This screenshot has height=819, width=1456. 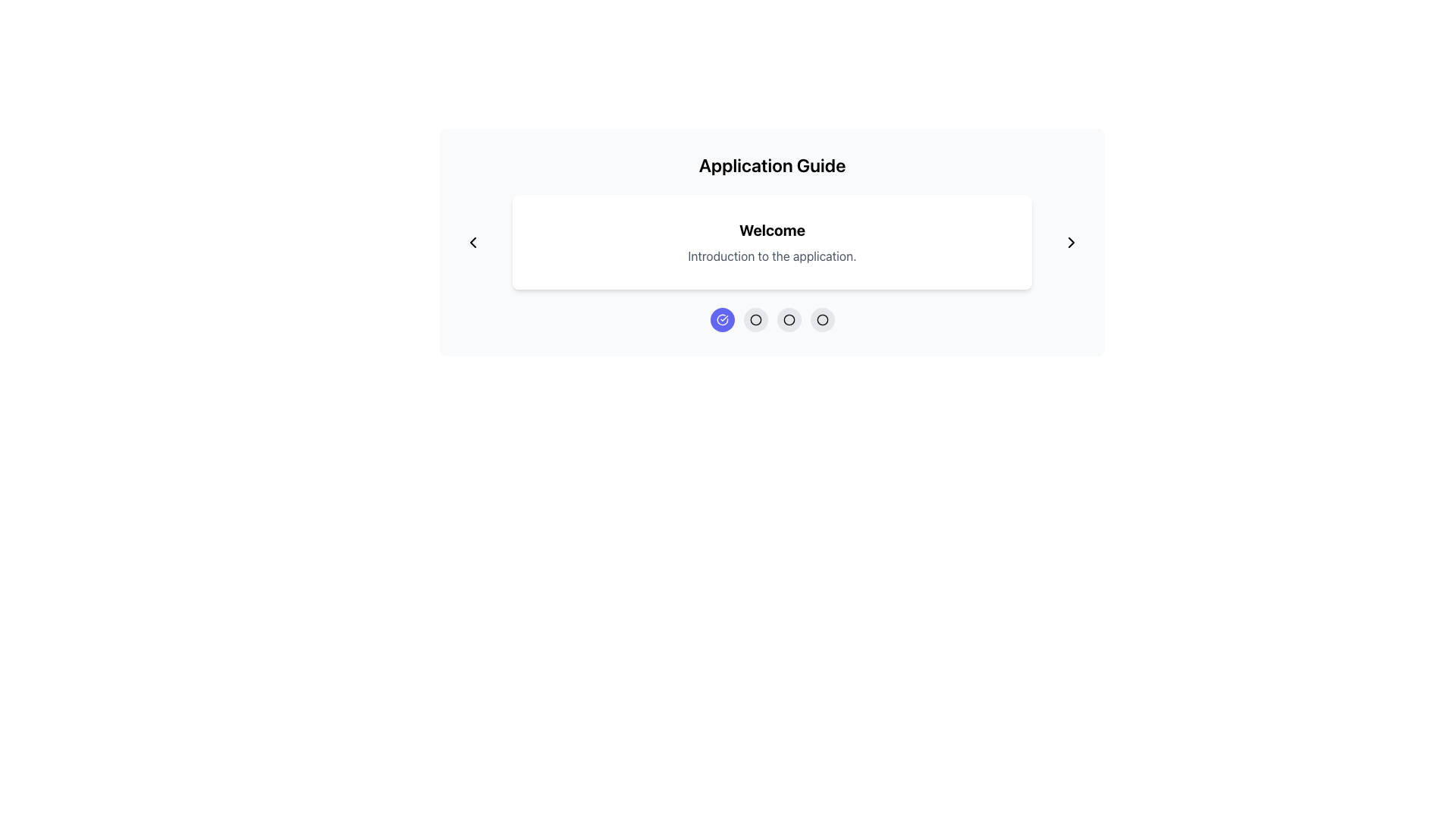 What do you see at coordinates (472, 242) in the screenshot?
I see `the left chevron arrow icon used for navigation to go to the previous page` at bounding box center [472, 242].